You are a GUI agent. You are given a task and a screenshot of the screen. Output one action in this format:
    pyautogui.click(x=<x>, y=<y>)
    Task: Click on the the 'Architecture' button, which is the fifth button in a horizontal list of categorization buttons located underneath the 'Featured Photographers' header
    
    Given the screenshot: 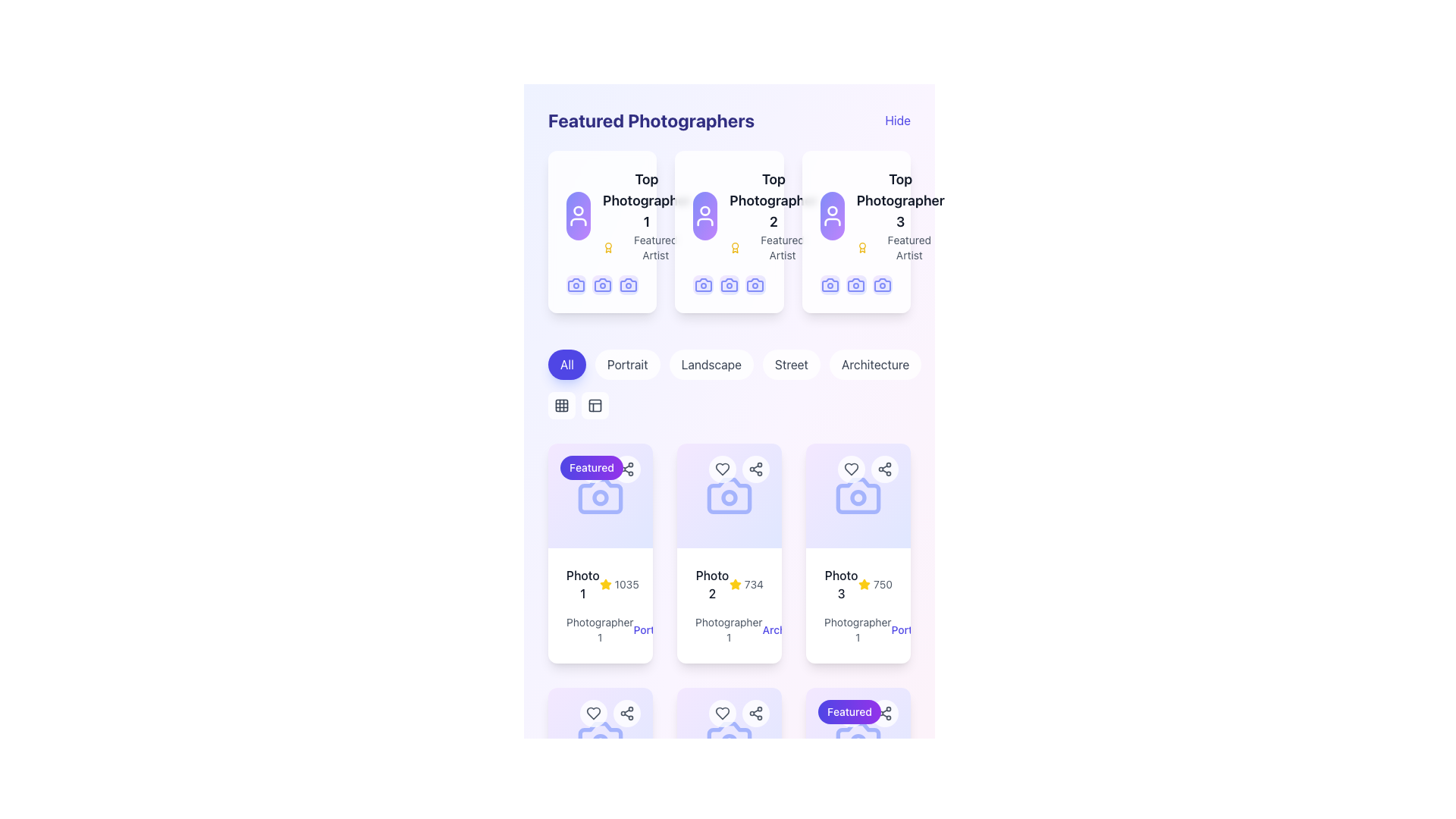 What is the action you would take?
    pyautogui.click(x=875, y=365)
    